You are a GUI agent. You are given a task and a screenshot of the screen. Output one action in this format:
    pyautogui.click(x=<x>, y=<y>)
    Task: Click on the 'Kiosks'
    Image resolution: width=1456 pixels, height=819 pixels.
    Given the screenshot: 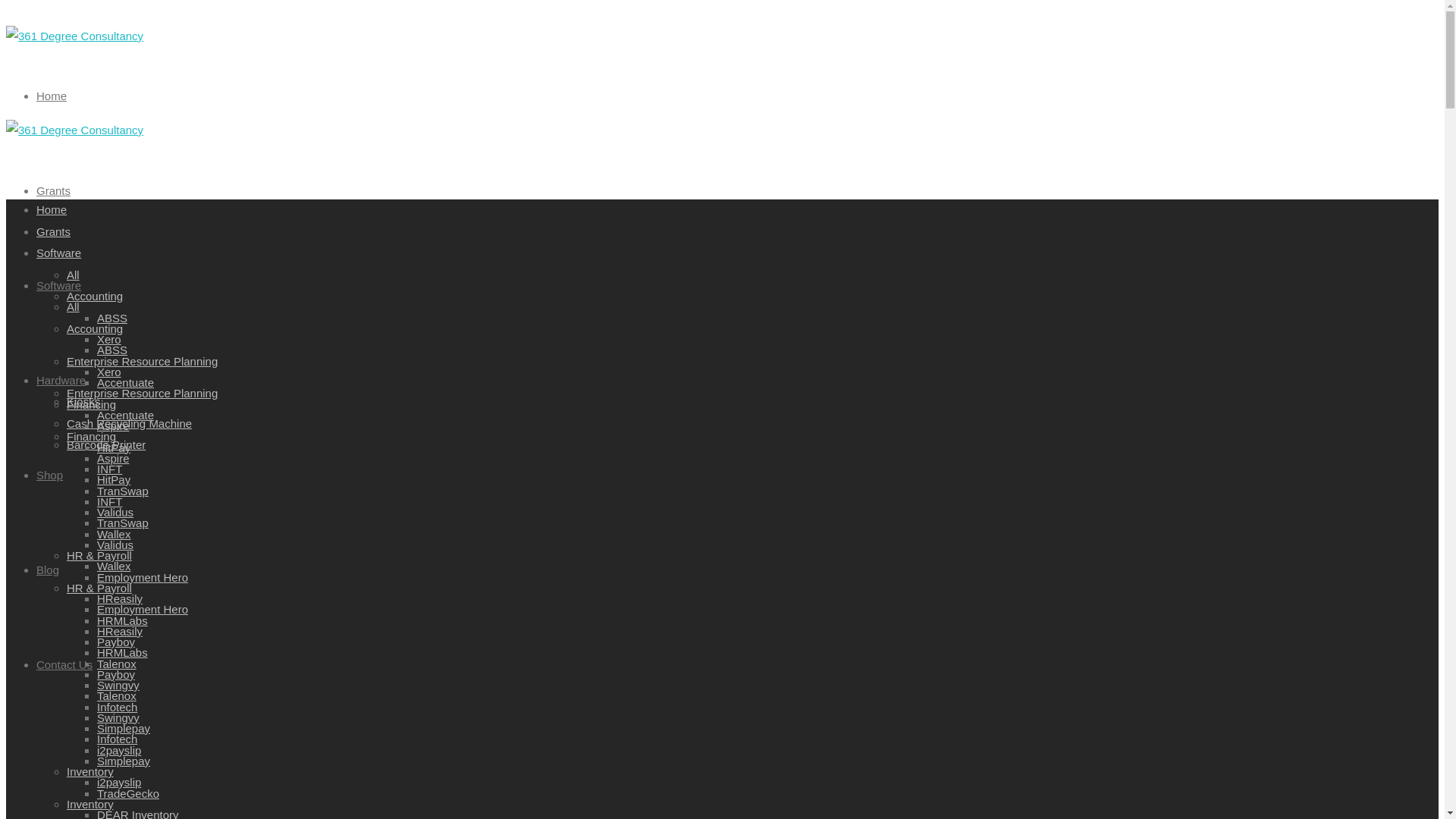 What is the action you would take?
    pyautogui.click(x=83, y=400)
    